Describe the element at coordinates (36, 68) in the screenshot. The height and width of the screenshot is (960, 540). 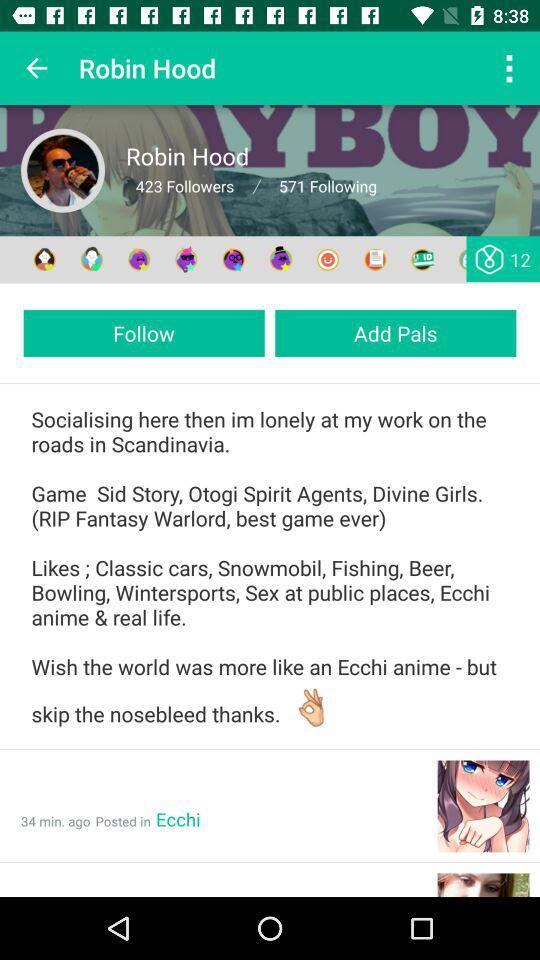
I see `icon to the left of the robin hood app` at that location.